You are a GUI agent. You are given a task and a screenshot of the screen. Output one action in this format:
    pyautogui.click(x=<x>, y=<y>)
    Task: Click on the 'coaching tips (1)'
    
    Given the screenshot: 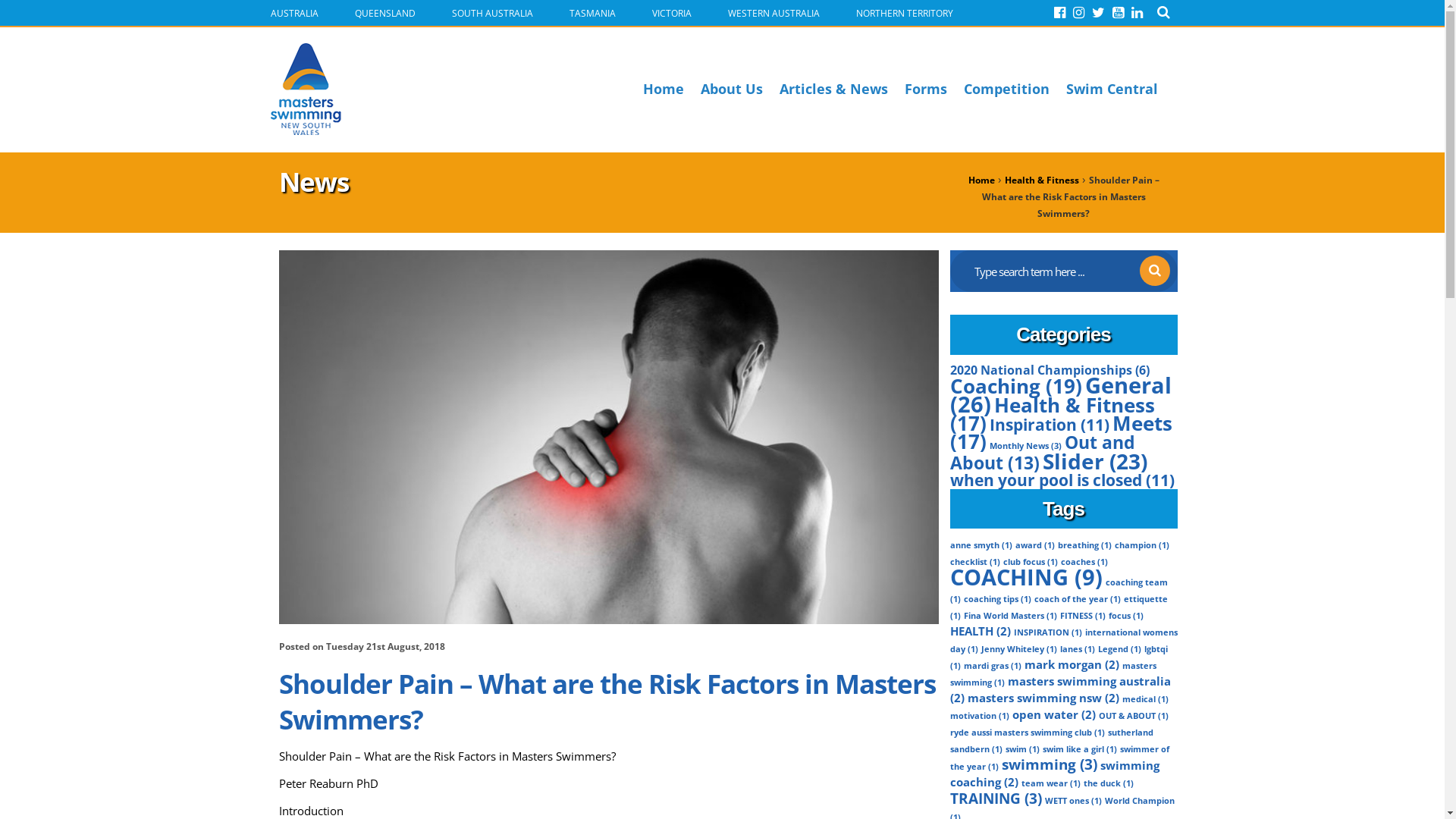 What is the action you would take?
    pyautogui.click(x=996, y=598)
    